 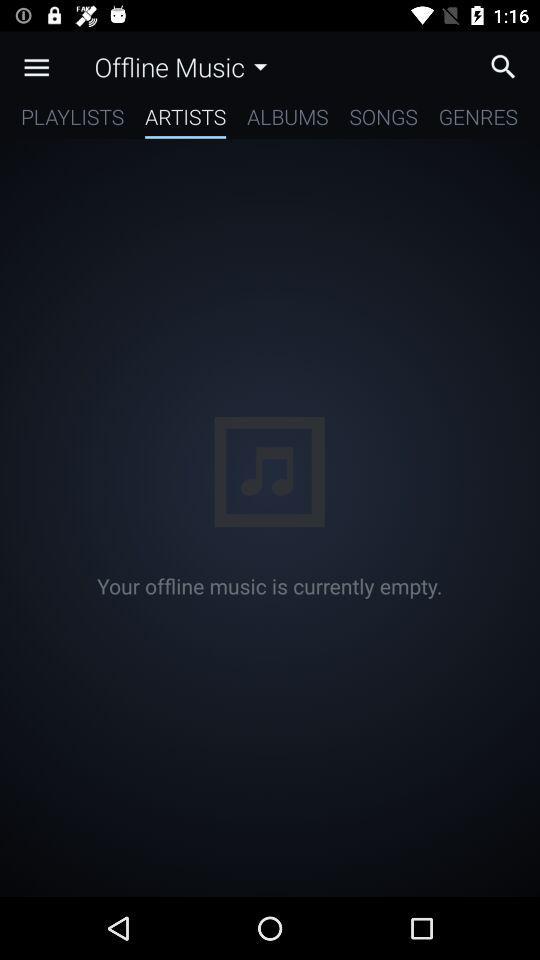 What do you see at coordinates (36, 67) in the screenshot?
I see `the app above playlists` at bounding box center [36, 67].